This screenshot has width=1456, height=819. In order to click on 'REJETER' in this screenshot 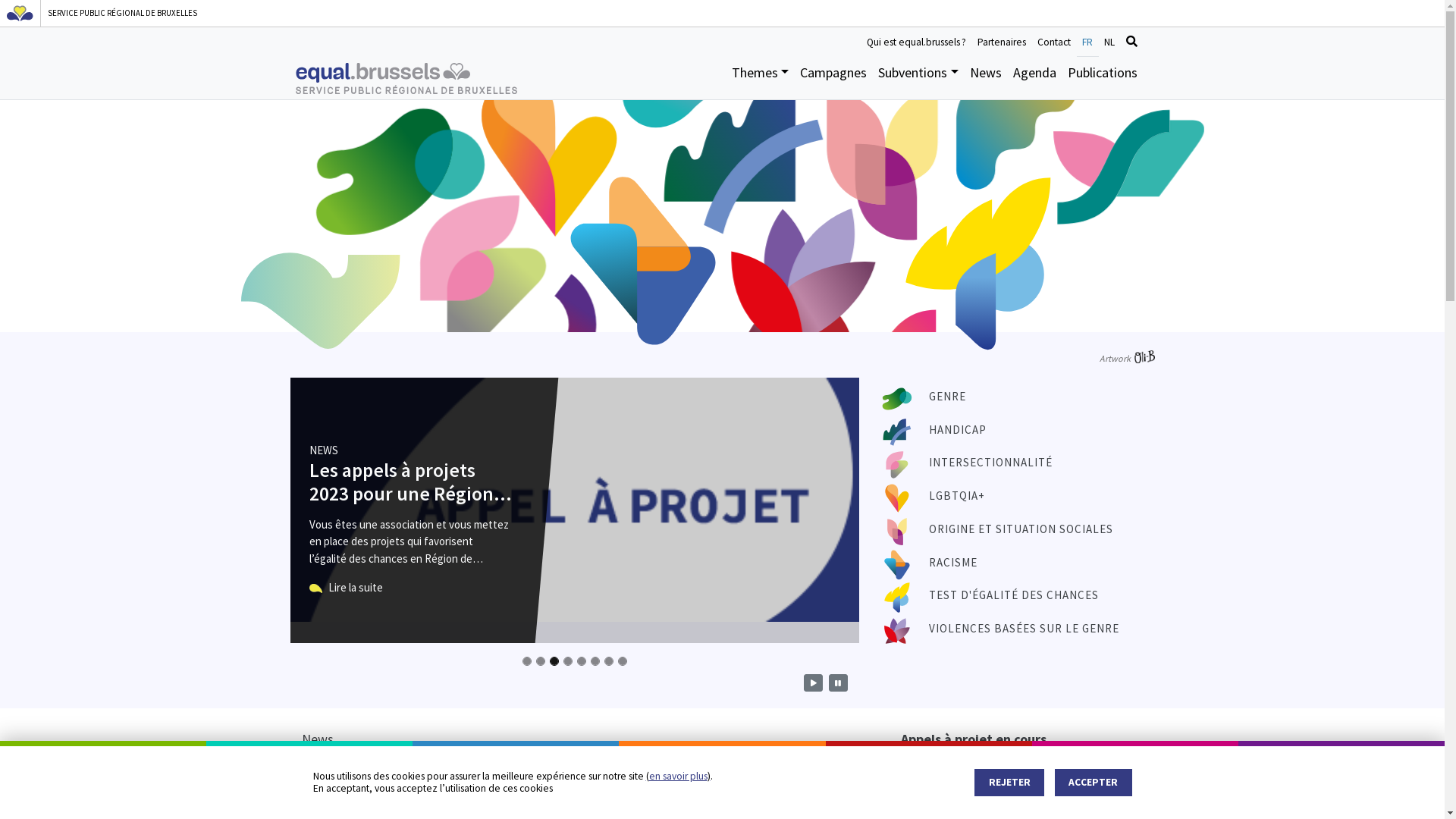, I will do `click(1009, 783)`.